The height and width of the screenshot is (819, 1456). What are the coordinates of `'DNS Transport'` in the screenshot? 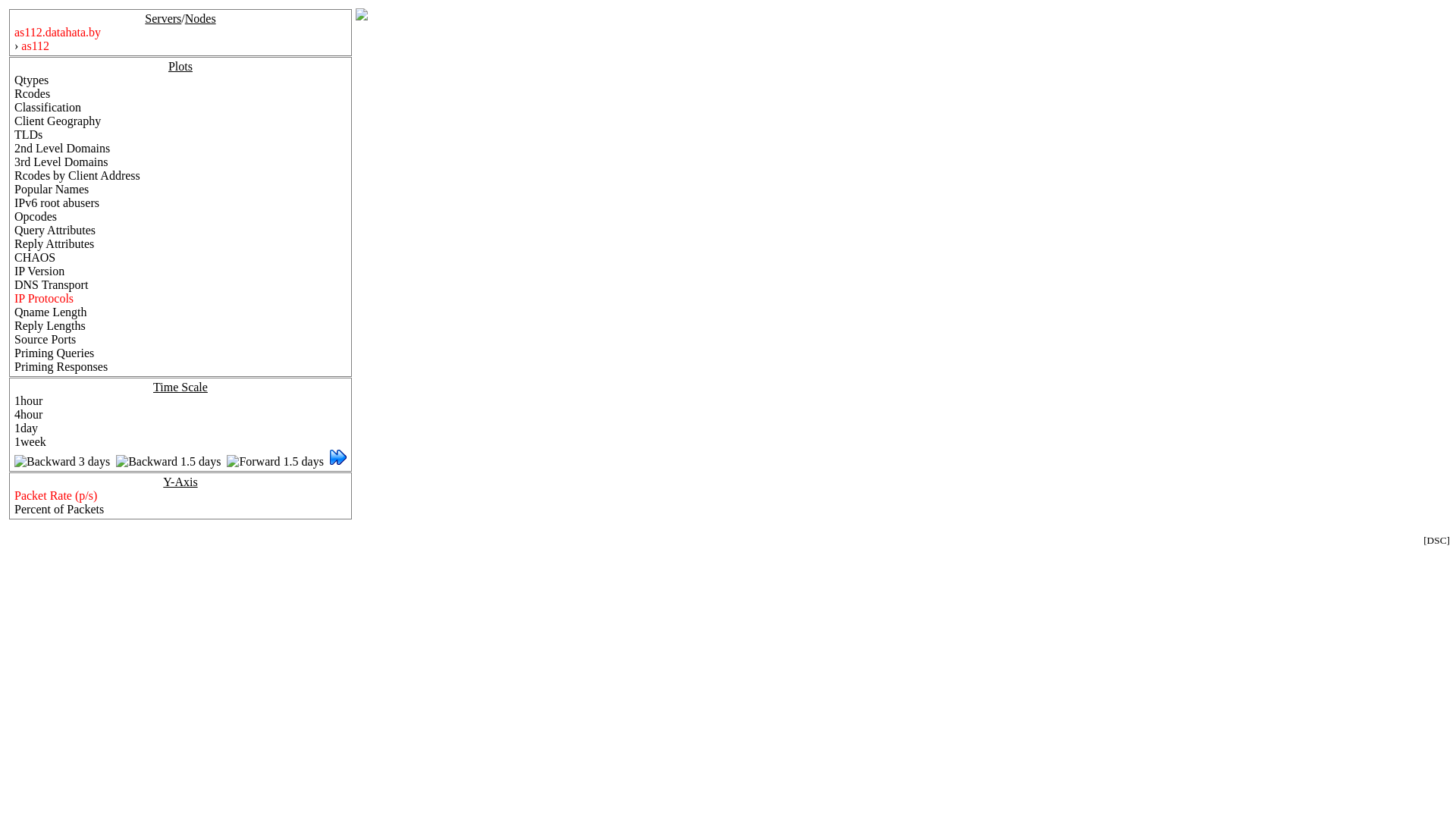 It's located at (51, 284).